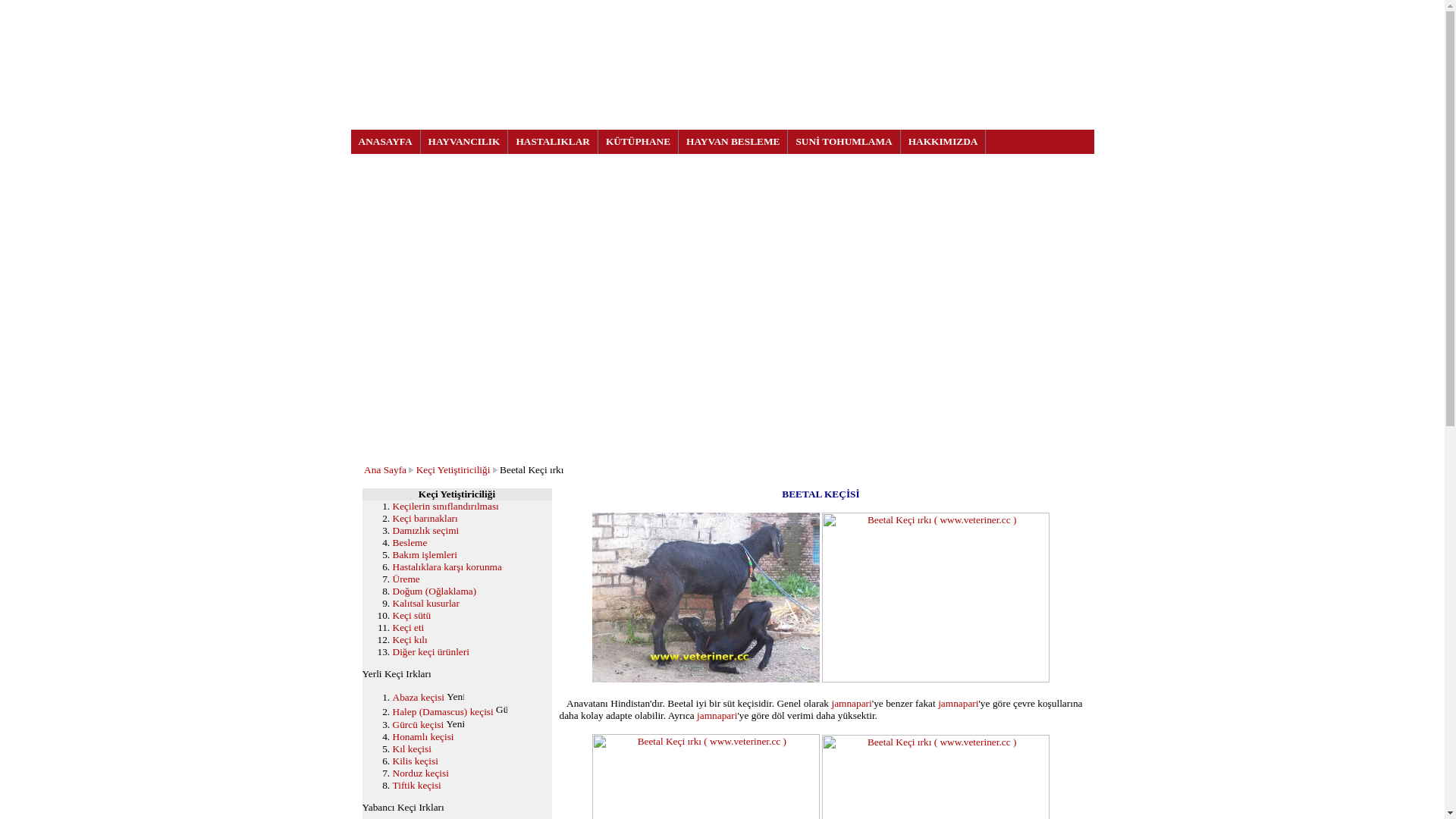 The height and width of the screenshot is (819, 1456). What do you see at coordinates (385, 469) in the screenshot?
I see `'Ana Sayfa'` at bounding box center [385, 469].